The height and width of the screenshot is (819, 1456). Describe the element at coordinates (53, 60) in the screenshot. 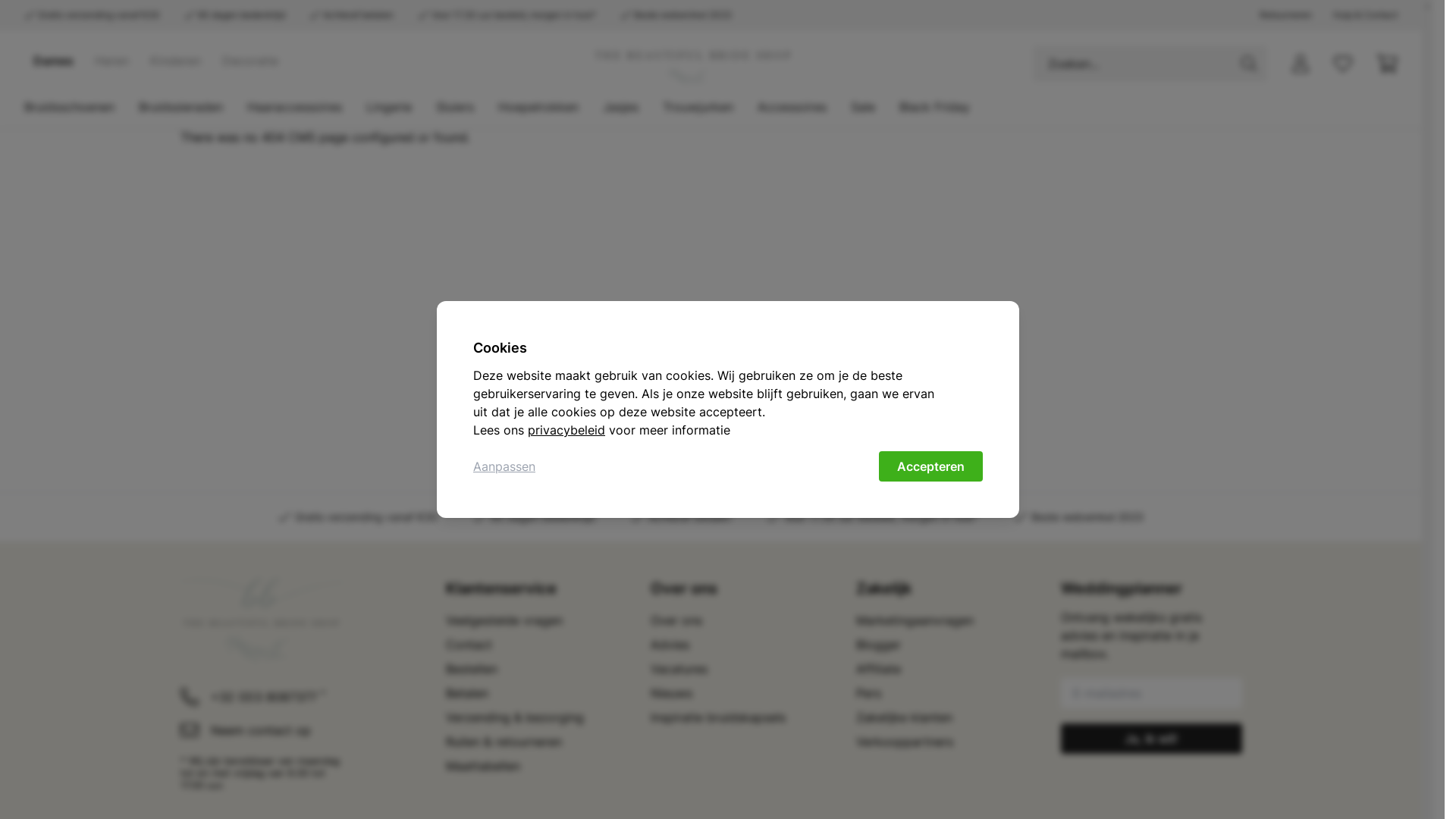

I see `'Dames'` at that location.